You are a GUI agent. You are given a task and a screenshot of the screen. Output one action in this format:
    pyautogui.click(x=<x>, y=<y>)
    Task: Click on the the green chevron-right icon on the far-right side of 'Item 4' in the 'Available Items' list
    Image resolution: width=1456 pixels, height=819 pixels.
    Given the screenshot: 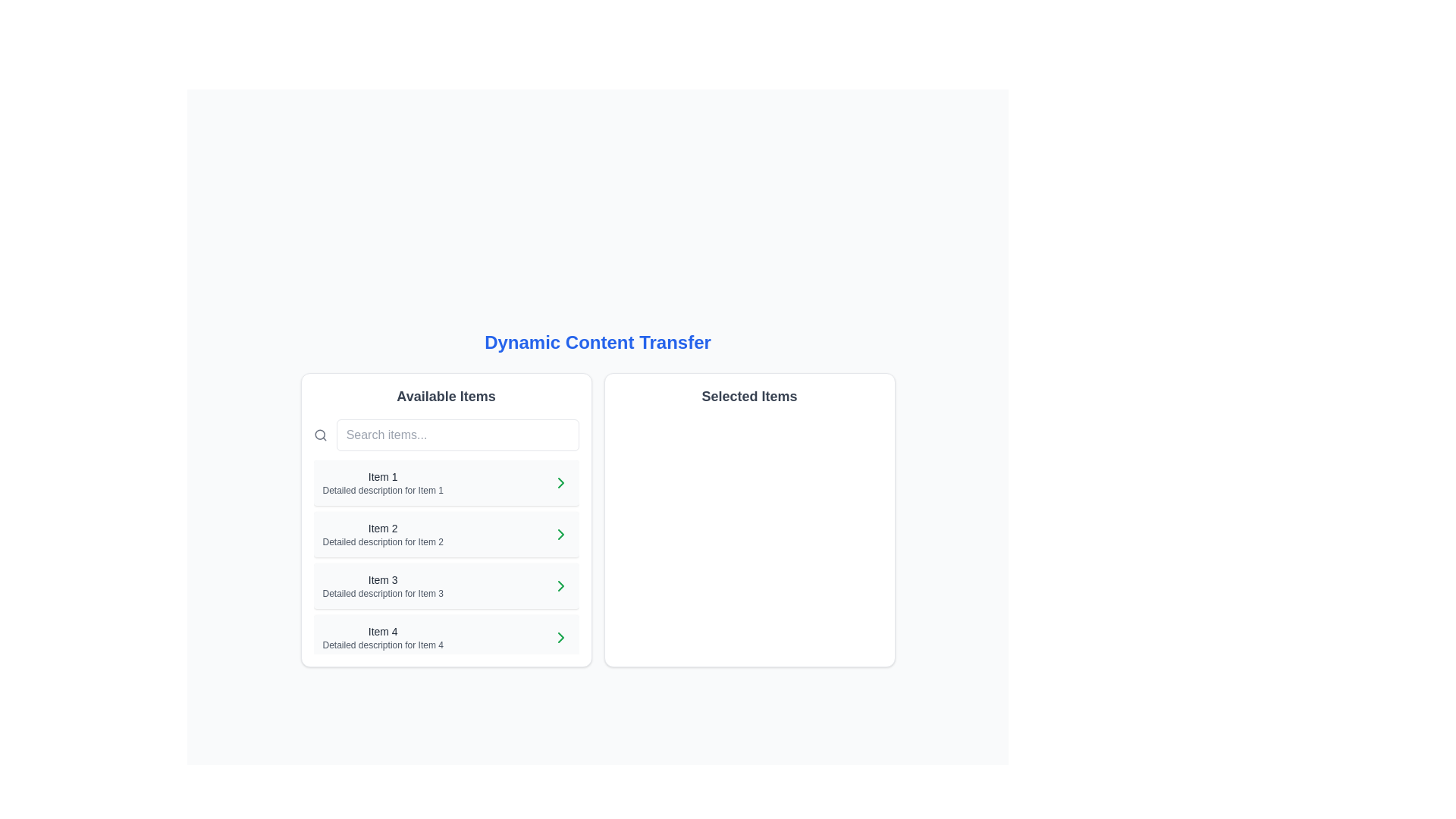 What is the action you would take?
    pyautogui.click(x=560, y=637)
    